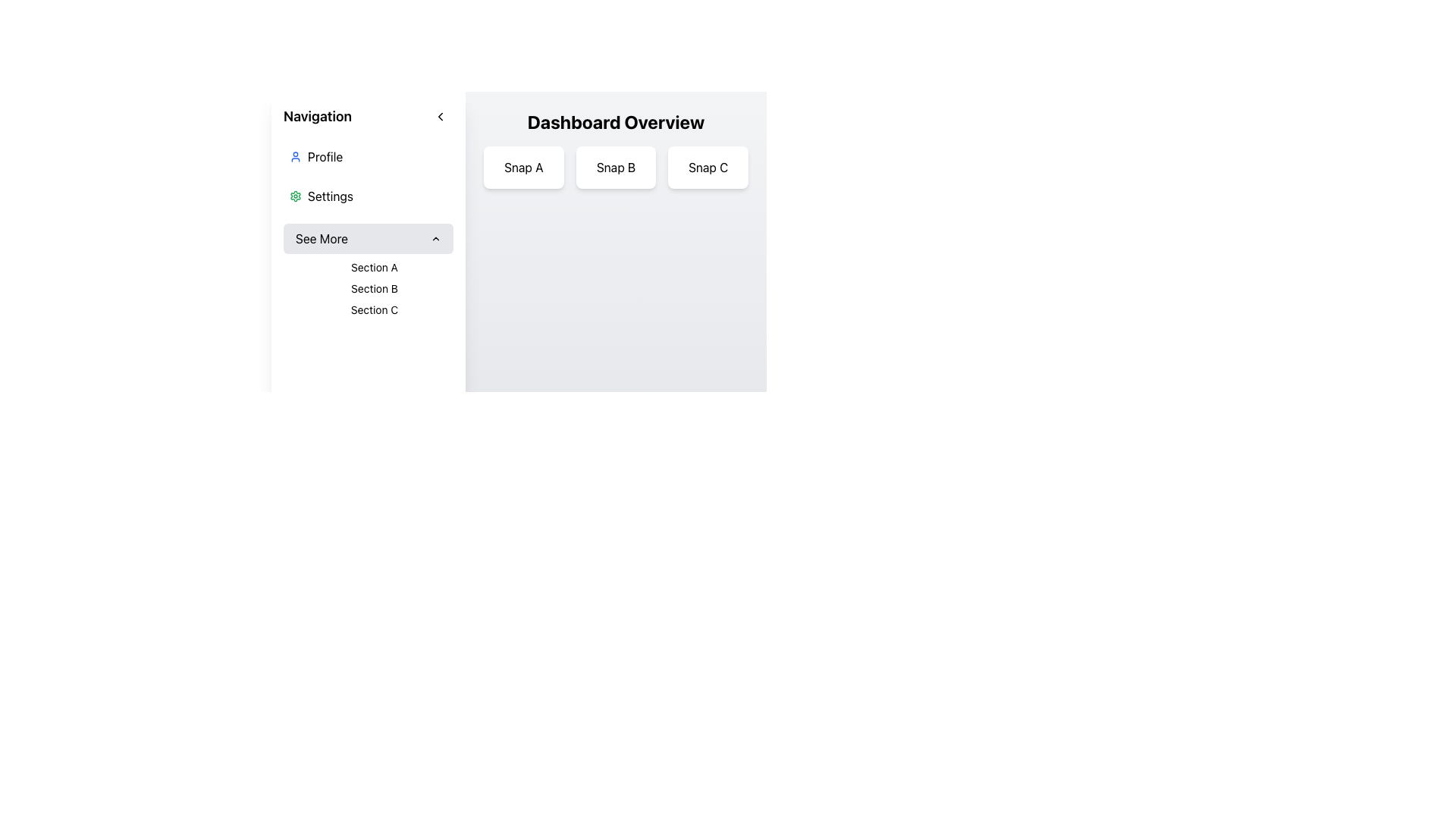  Describe the element at coordinates (295, 195) in the screenshot. I see `the 'Settings' gear icon located in the left-side navigation panel, which is positioned immediately to the left of the text label 'Settings'` at that location.